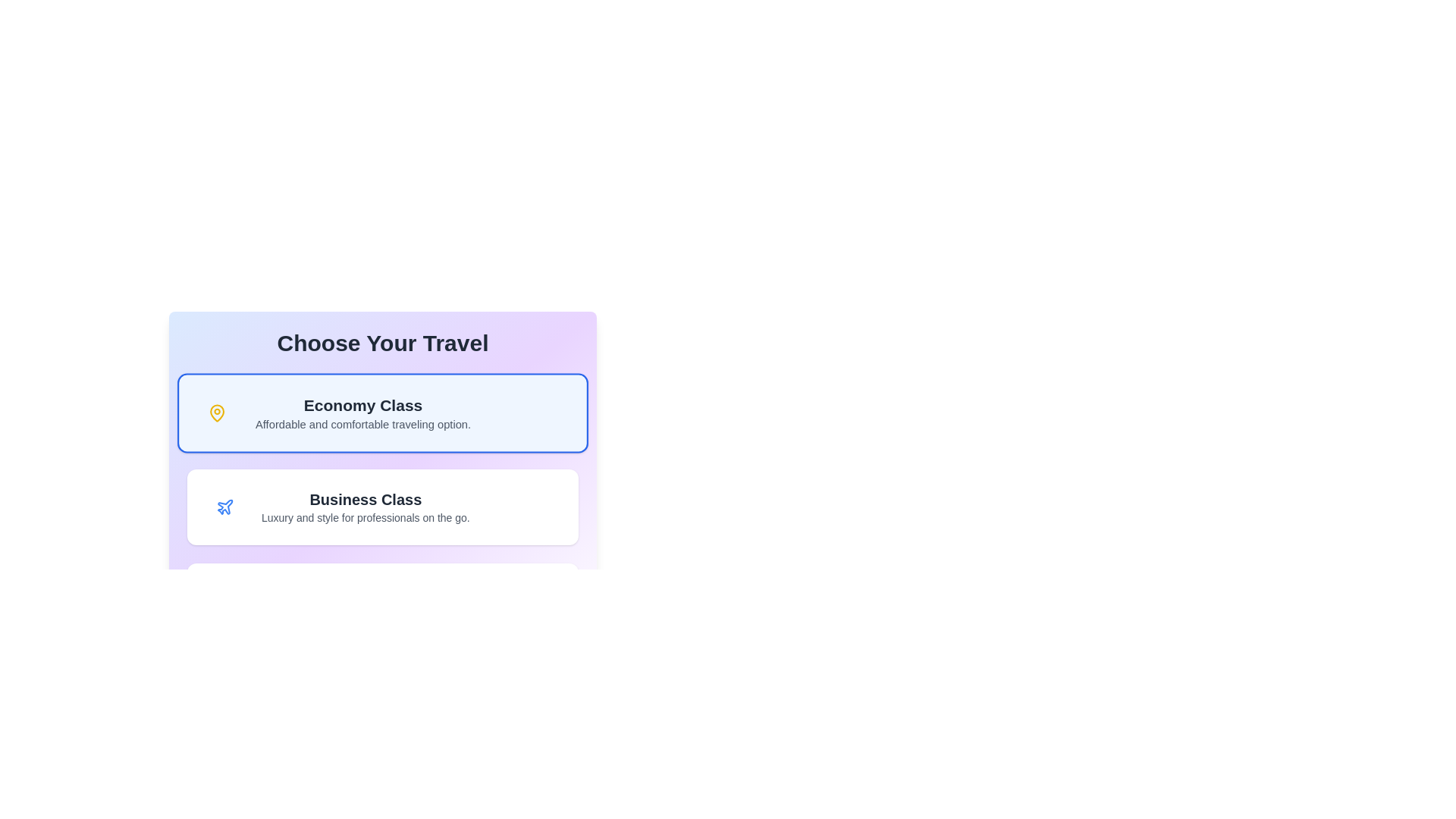 The height and width of the screenshot is (819, 1456). I want to click on the 'Choose Your Travel' card layout to select a specific travel option within the card, so click(382, 485).